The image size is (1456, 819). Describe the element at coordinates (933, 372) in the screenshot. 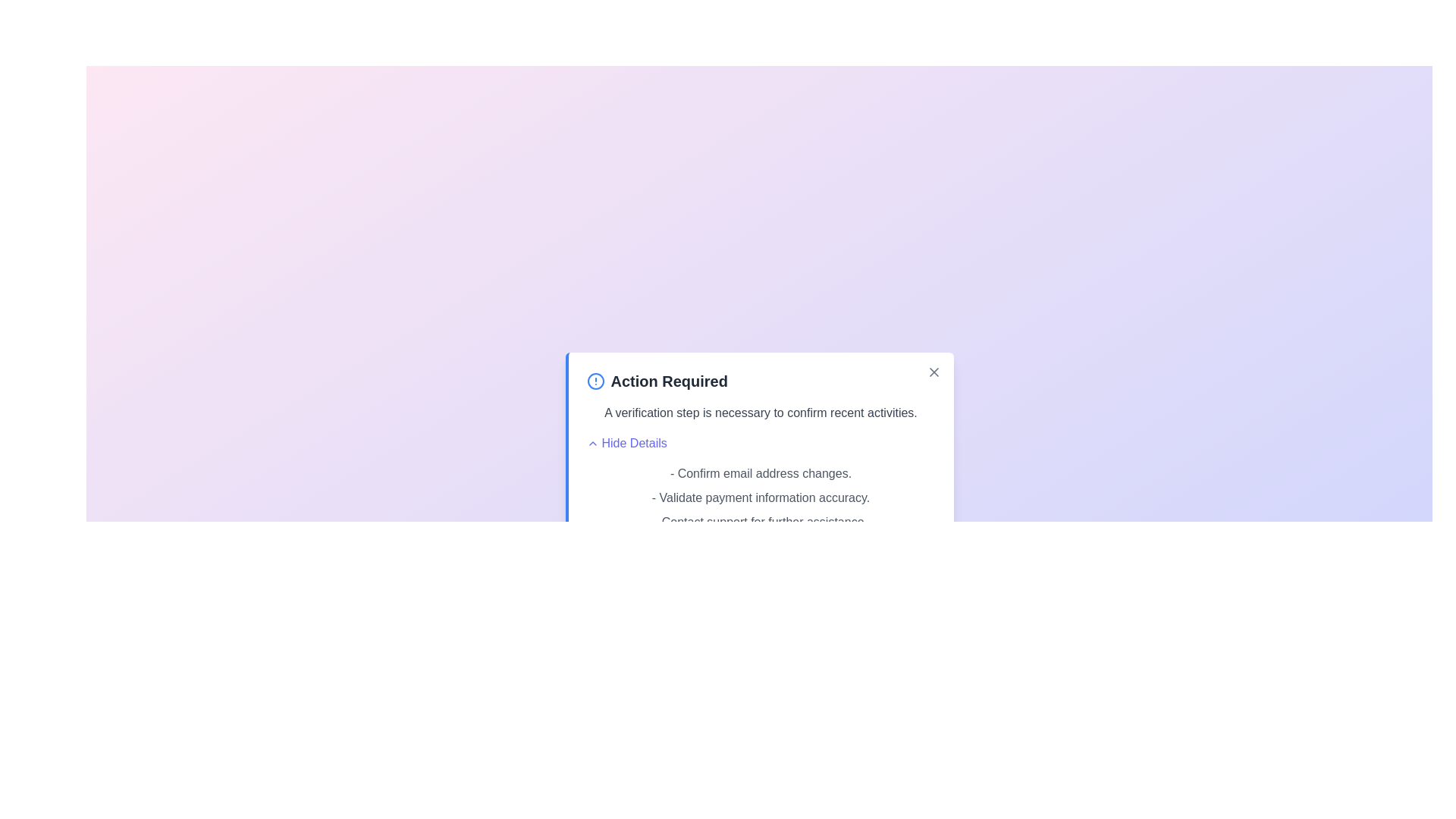

I see `the close button to hide the alert` at that location.